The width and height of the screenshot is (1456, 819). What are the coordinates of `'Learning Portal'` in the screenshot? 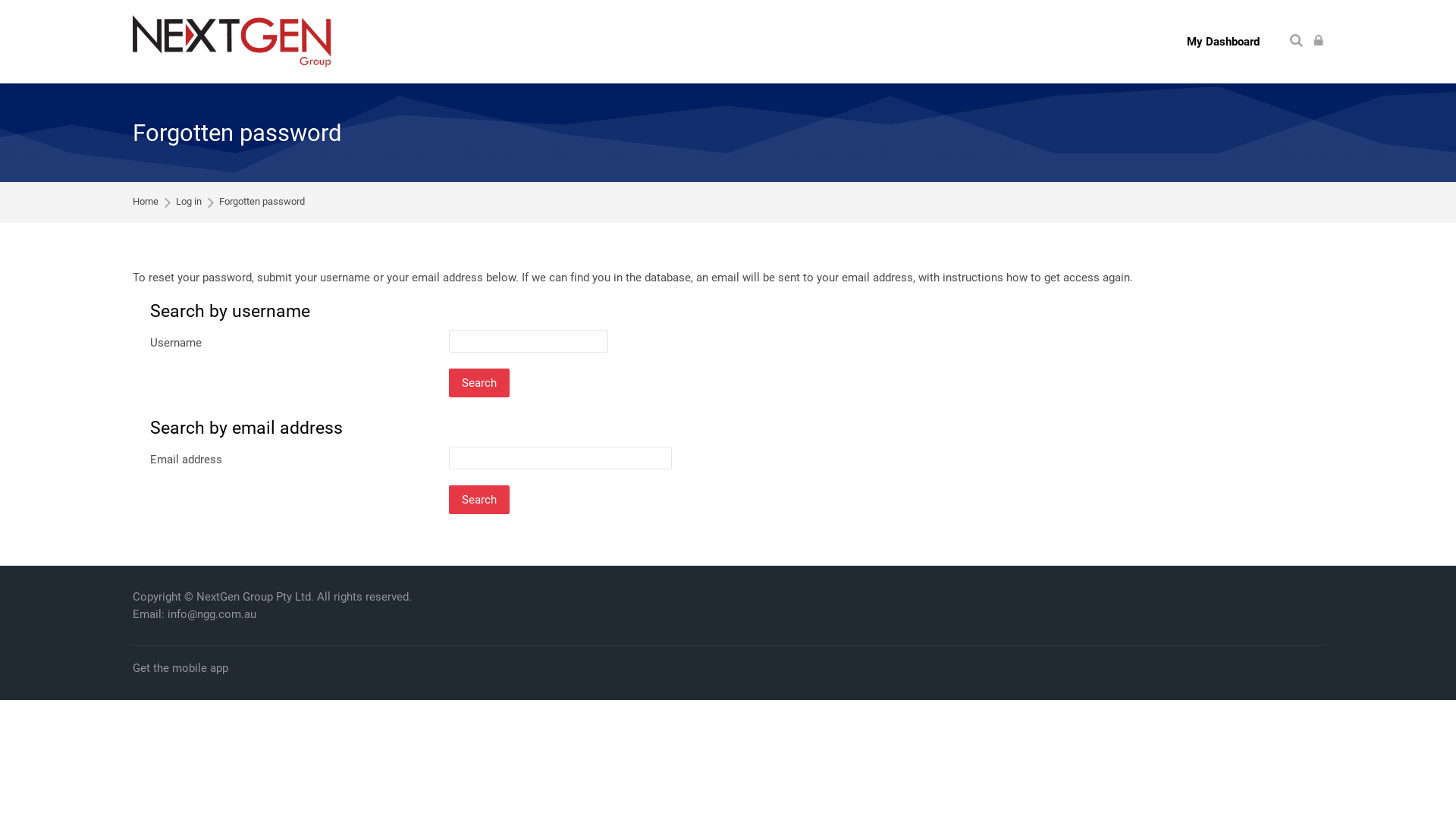 It's located at (231, 40).